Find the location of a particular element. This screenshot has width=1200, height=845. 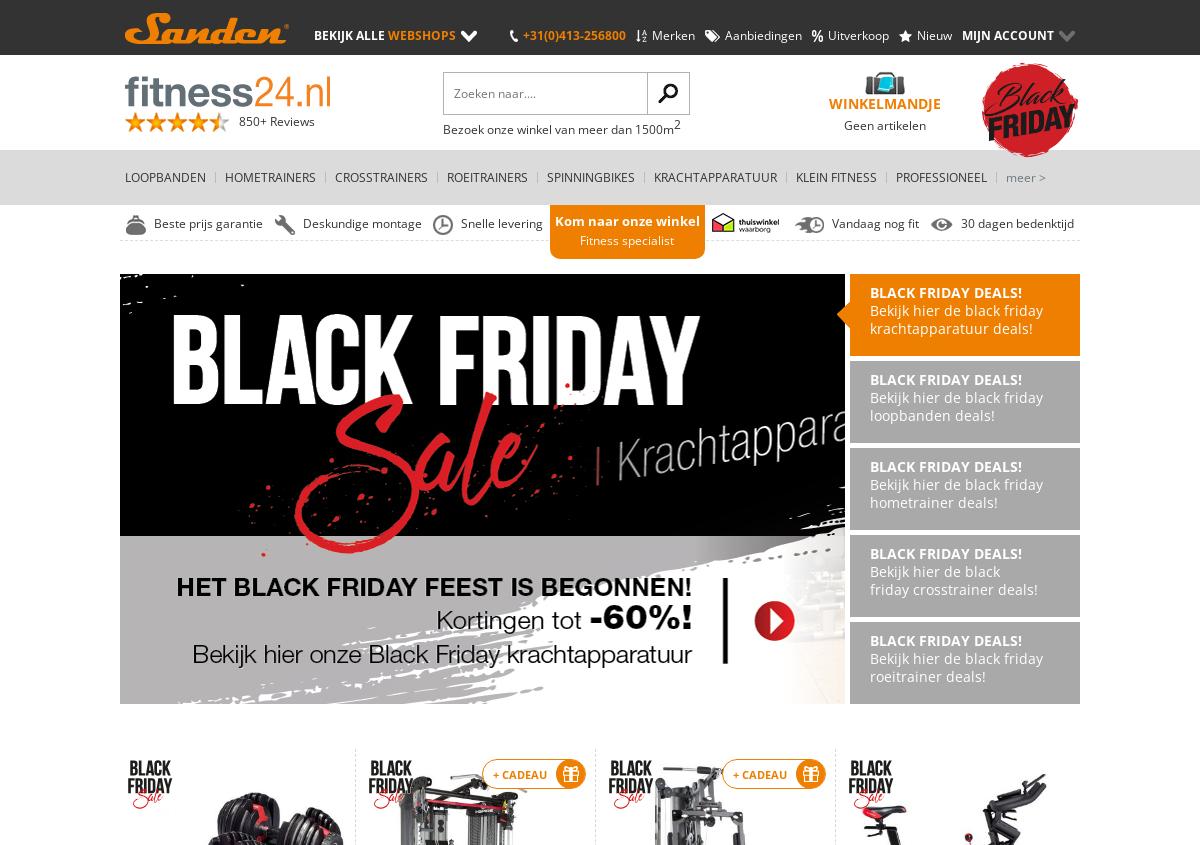

'Beste prijs garantie' is located at coordinates (206, 222).